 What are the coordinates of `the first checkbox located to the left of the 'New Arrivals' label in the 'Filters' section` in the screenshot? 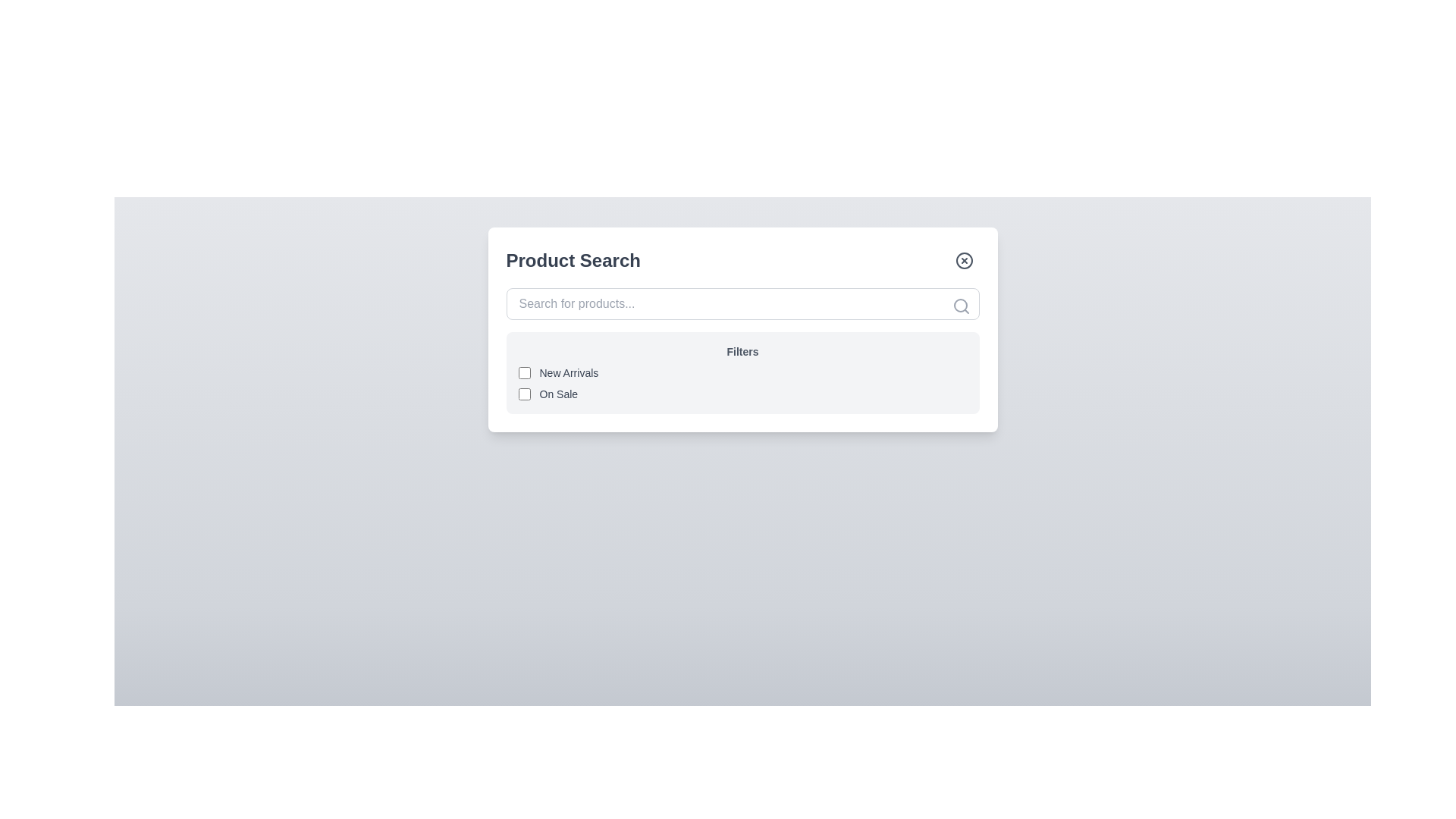 It's located at (524, 373).